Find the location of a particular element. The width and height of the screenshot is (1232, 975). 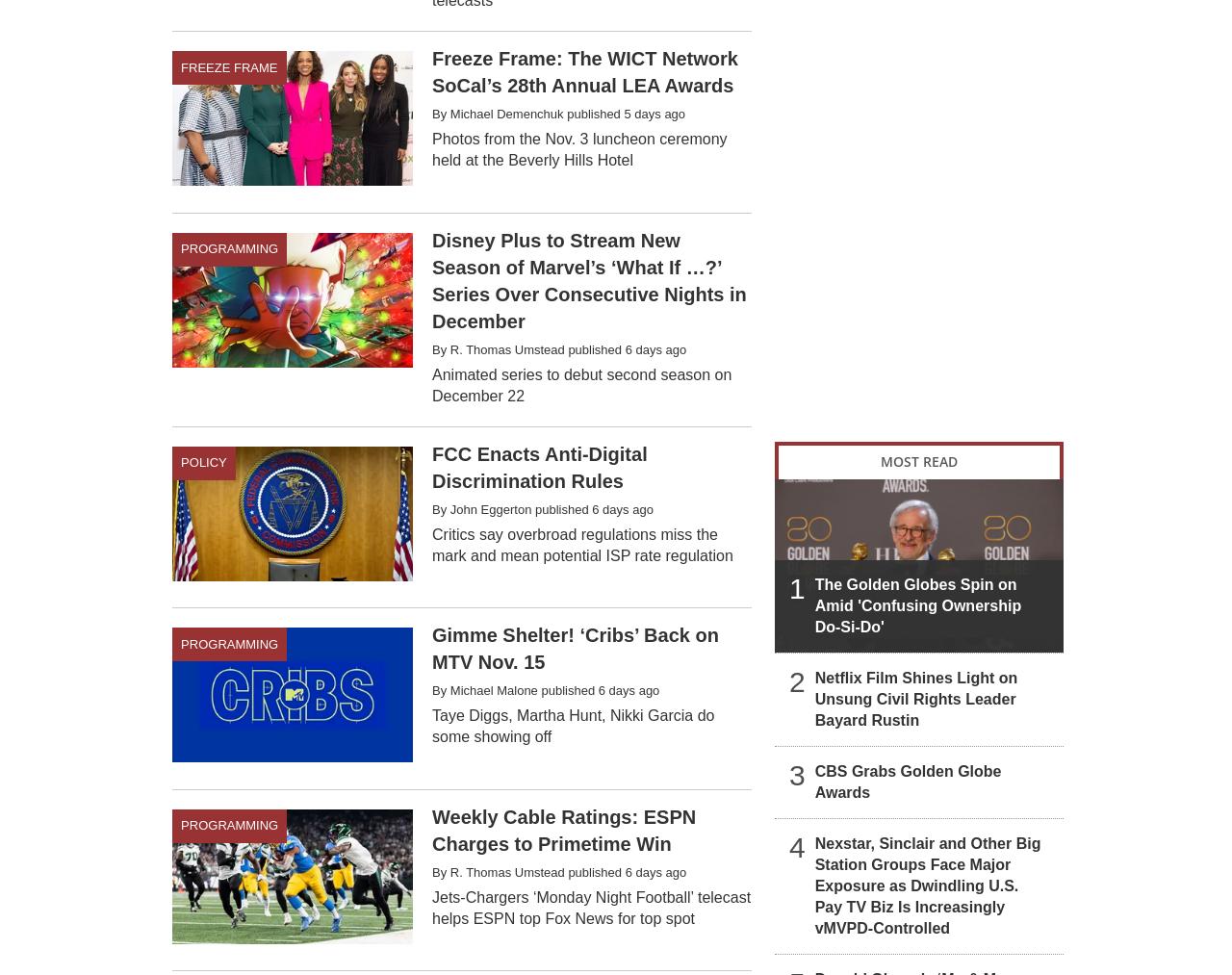

'The Golden Globes Spin on Amid 'Confusing Ownership Do-Si-Do'' is located at coordinates (916, 603).